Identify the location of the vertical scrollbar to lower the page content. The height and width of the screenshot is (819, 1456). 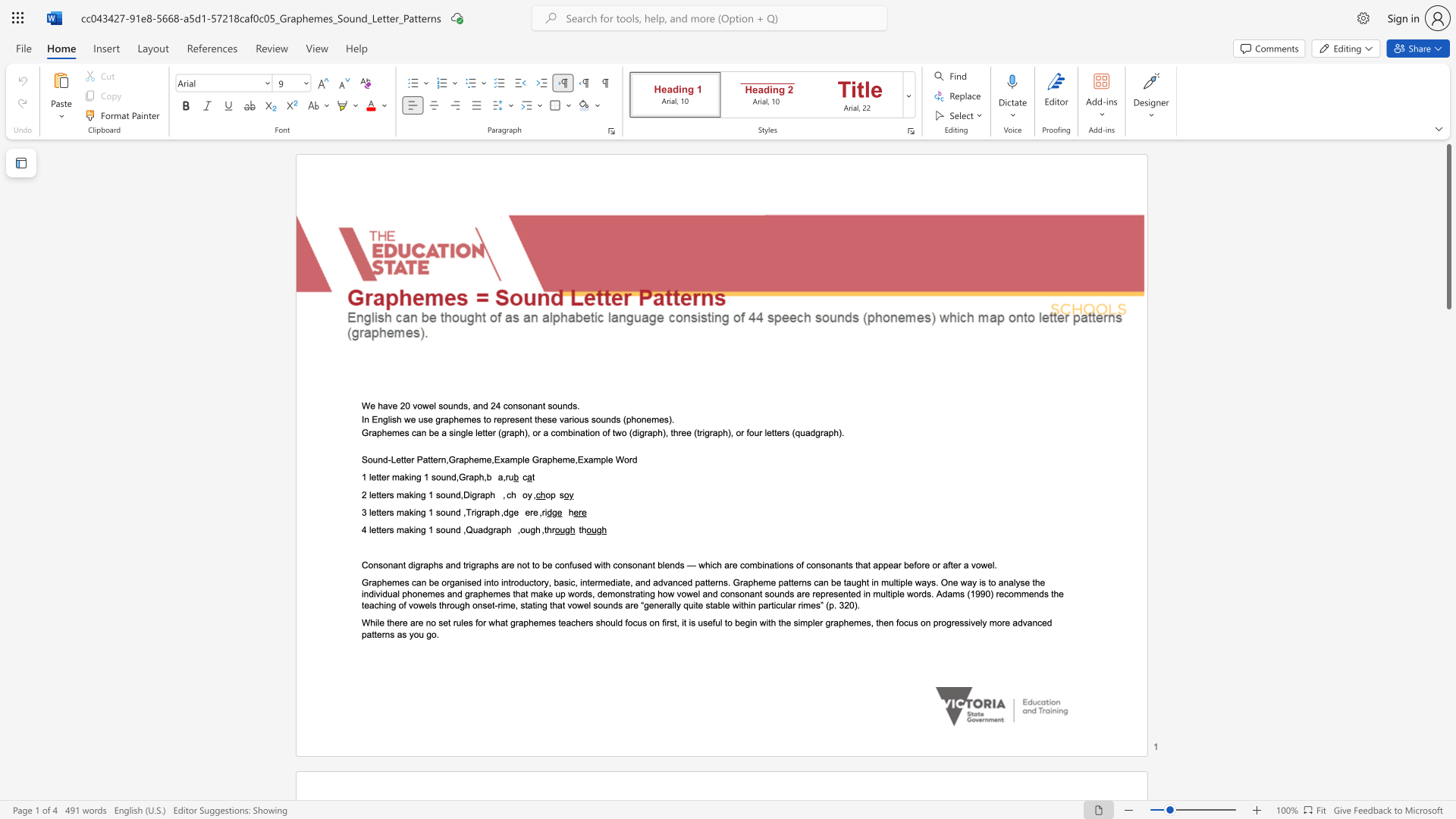
(1448, 332).